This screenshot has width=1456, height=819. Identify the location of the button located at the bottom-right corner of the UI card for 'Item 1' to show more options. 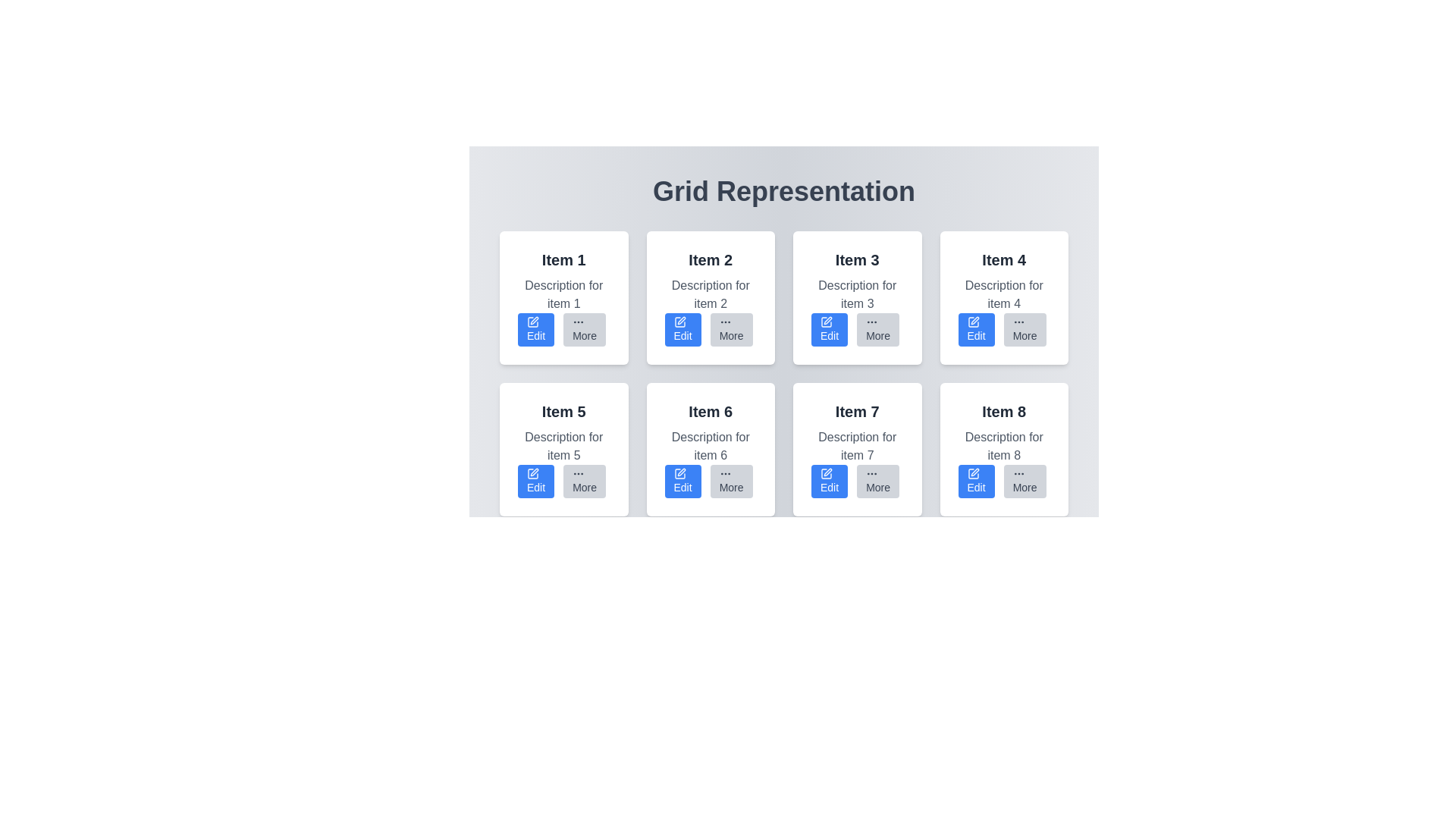
(584, 329).